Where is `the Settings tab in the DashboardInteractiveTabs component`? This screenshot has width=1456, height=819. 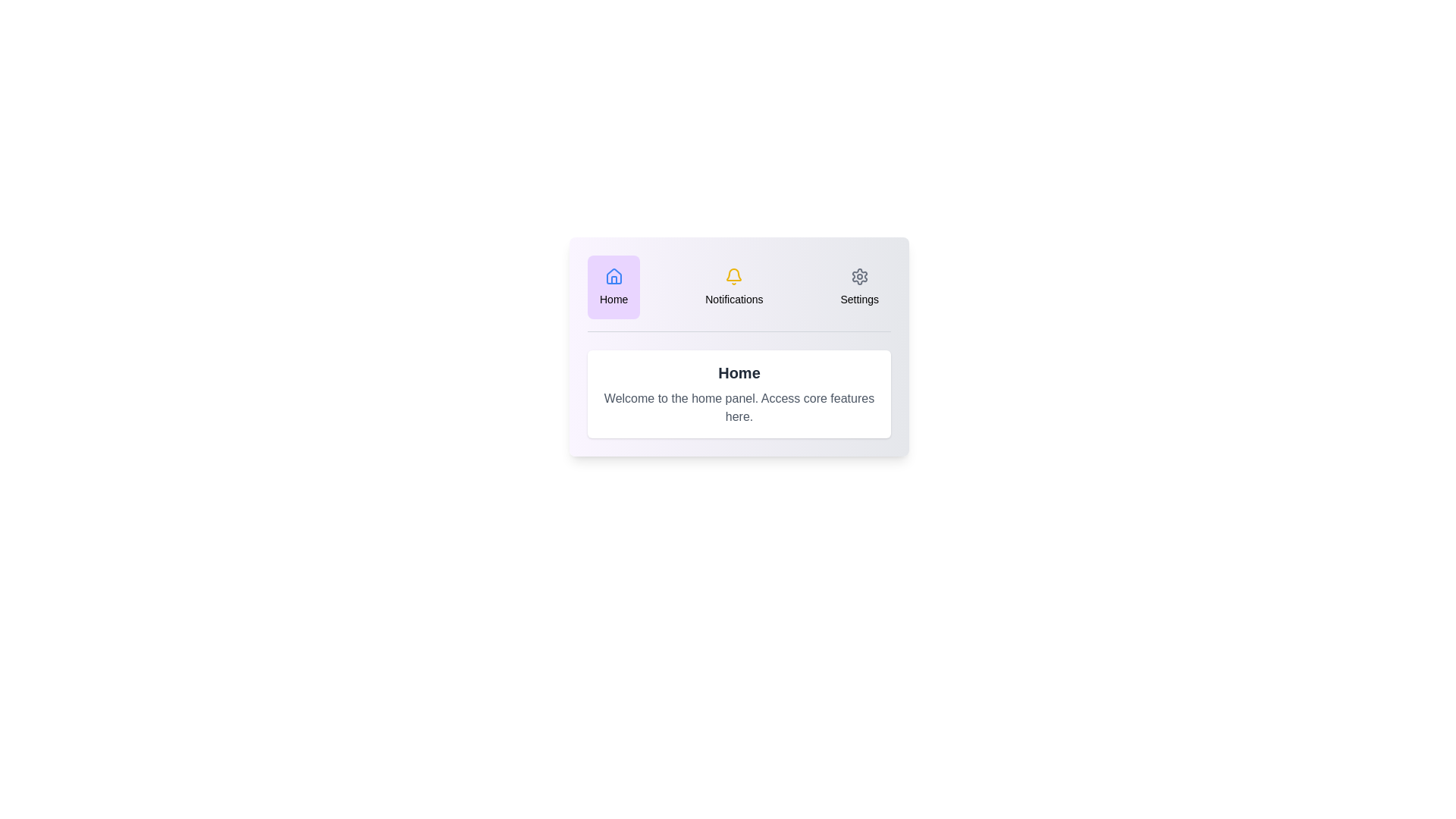 the Settings tab in the DashboardInteractiveTabs component is located at coordinates (858, 287).